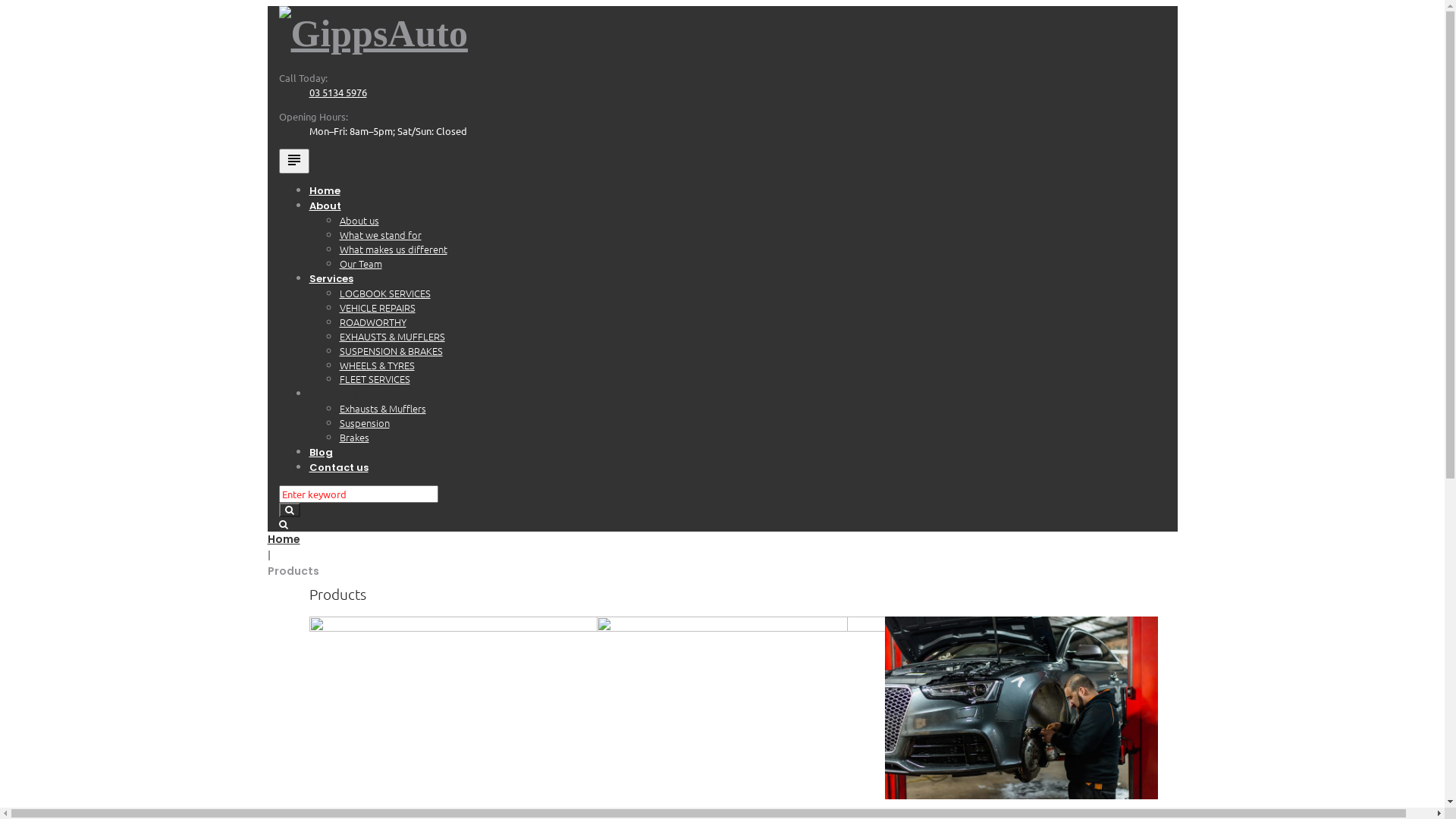 The image size is (1456, 819). What do you see at coordinates (324, 190) in the screenshot?
I see `'Home'` at bounding box center [324, 190].